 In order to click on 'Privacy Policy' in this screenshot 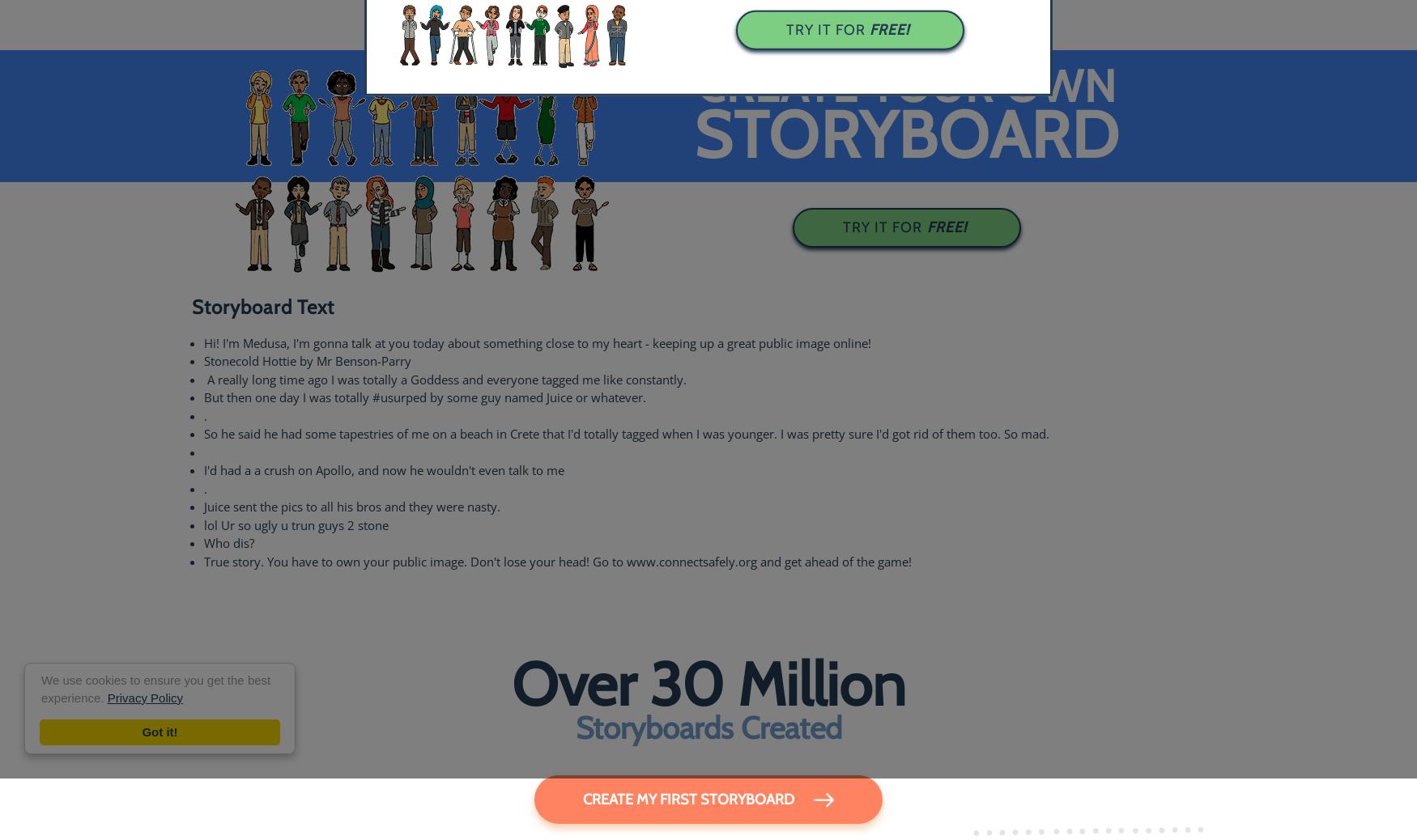, I will do `click(144, 698)`.